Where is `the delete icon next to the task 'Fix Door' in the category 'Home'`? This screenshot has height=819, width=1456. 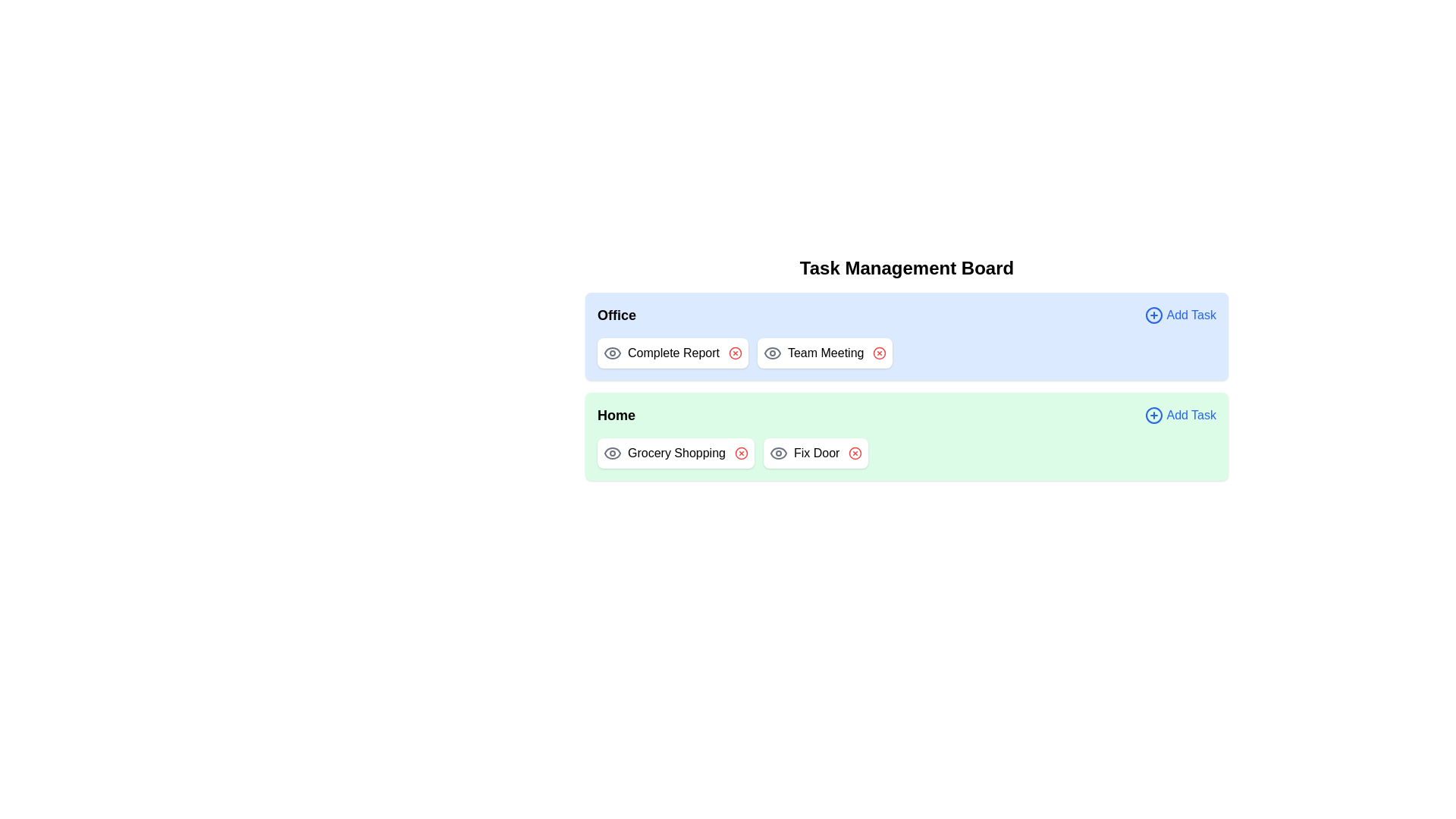
the delete icon next to the task 'Fix Door' in the category 'Home' is located at coordinates (855, 452).